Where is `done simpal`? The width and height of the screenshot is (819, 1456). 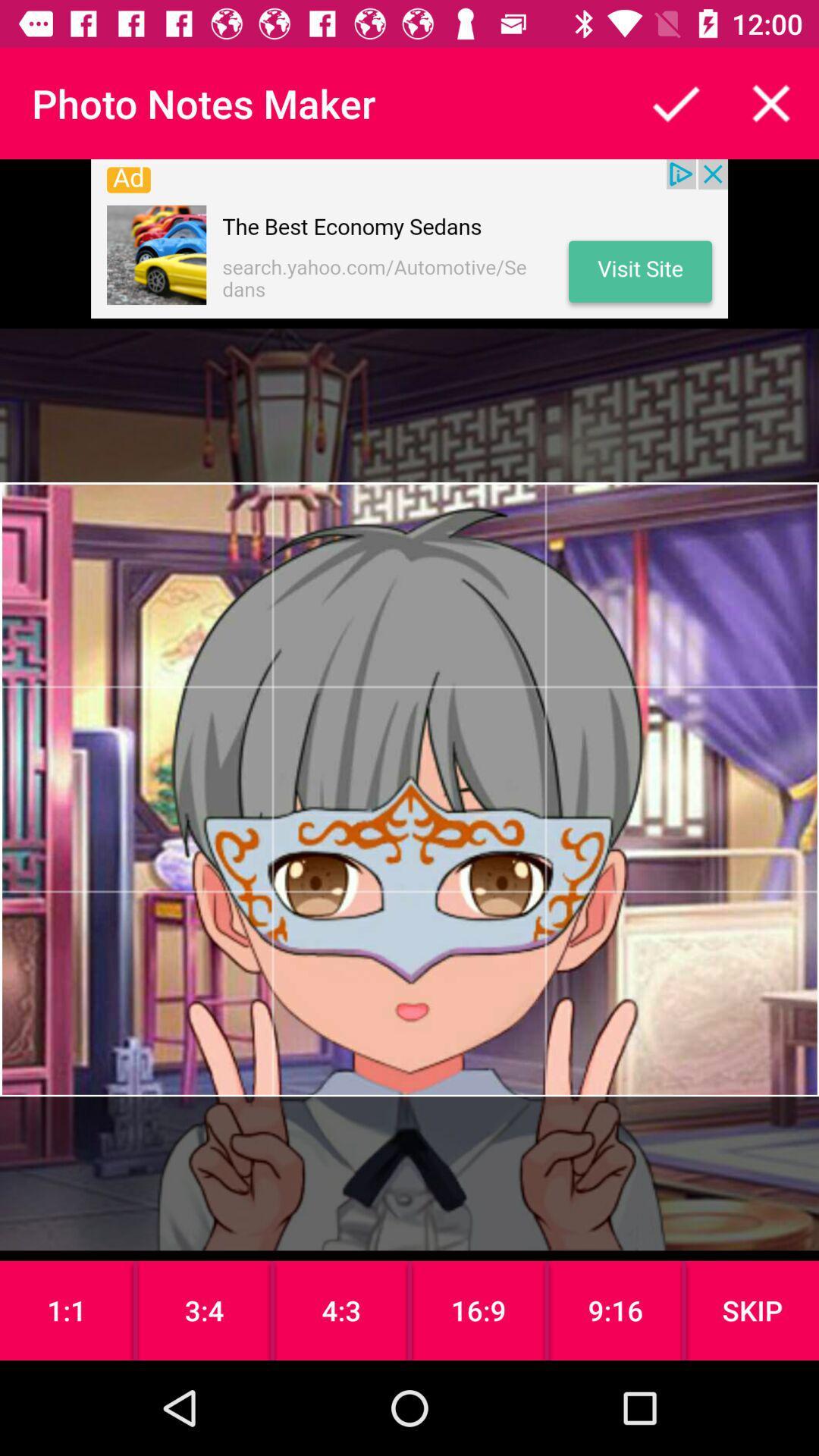 done simpal is located at coordinates (675, 102).